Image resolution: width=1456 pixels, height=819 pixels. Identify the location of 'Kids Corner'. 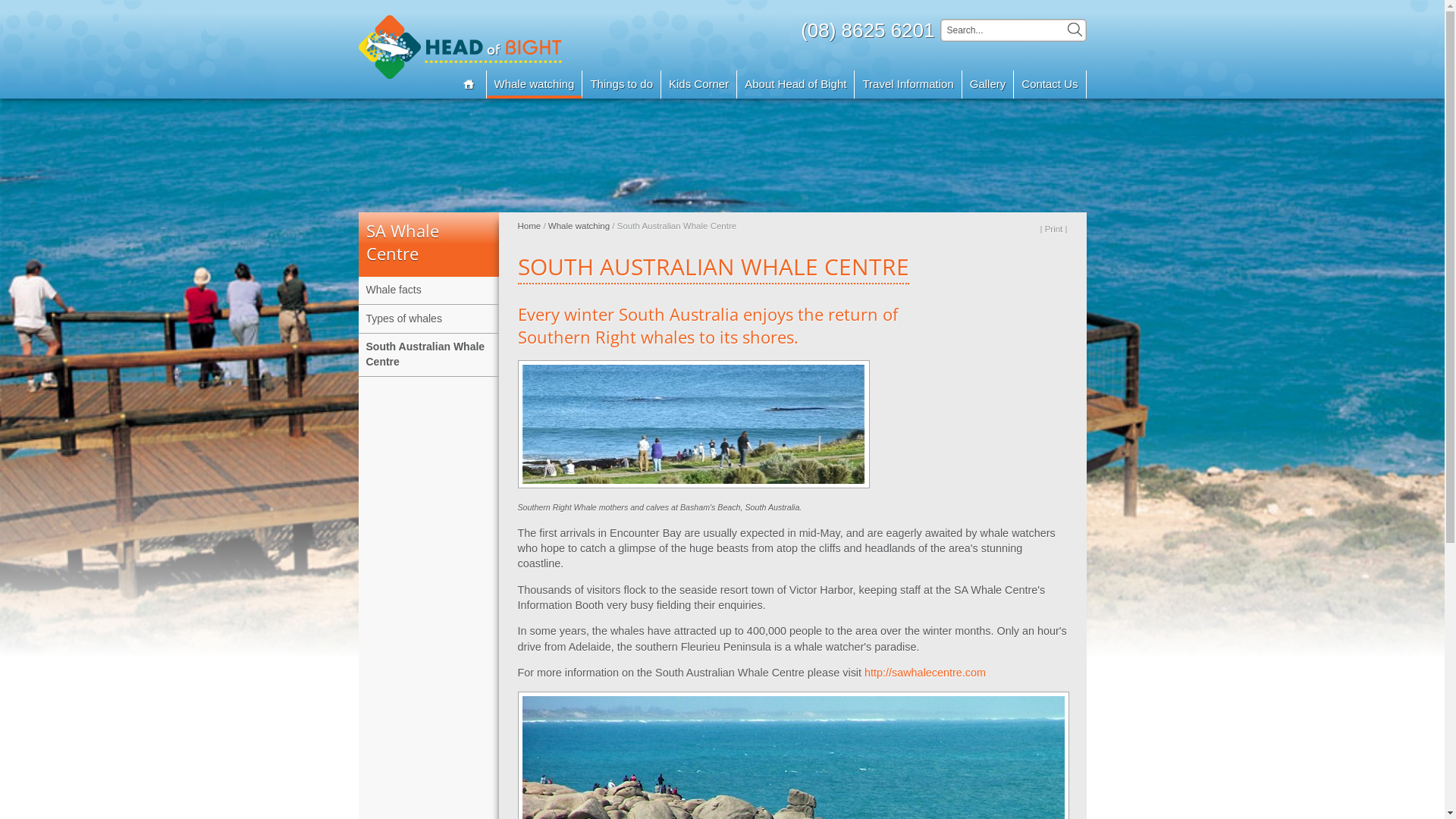
(698, 84).